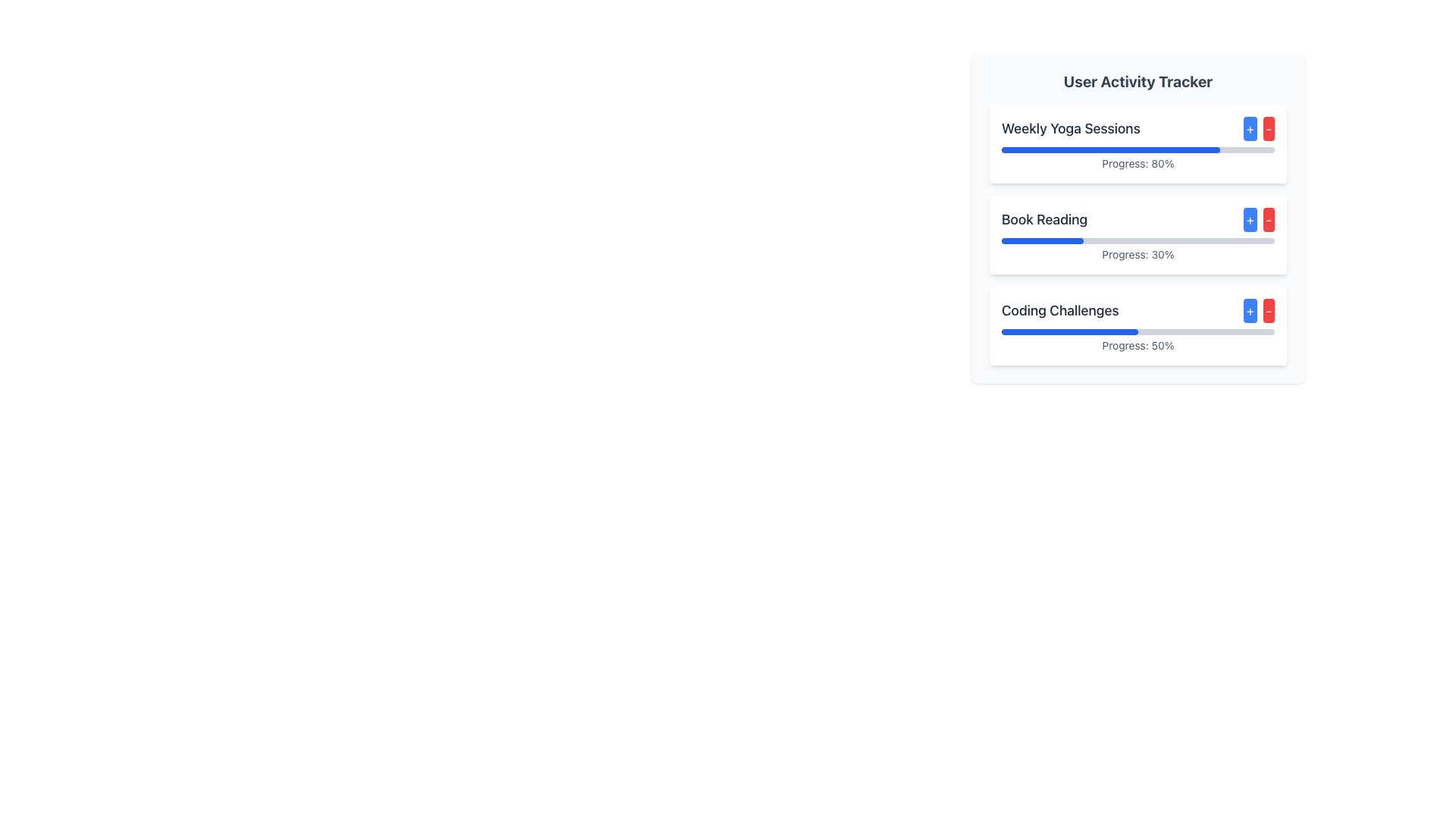 The width and height of the screenshot is (1456, 819). Describe the element at coordinates (1041, 240) in the screenshot. I see `the filled part of the progress bar indicating 30% progress for the 'Book Reading' task` at that location.